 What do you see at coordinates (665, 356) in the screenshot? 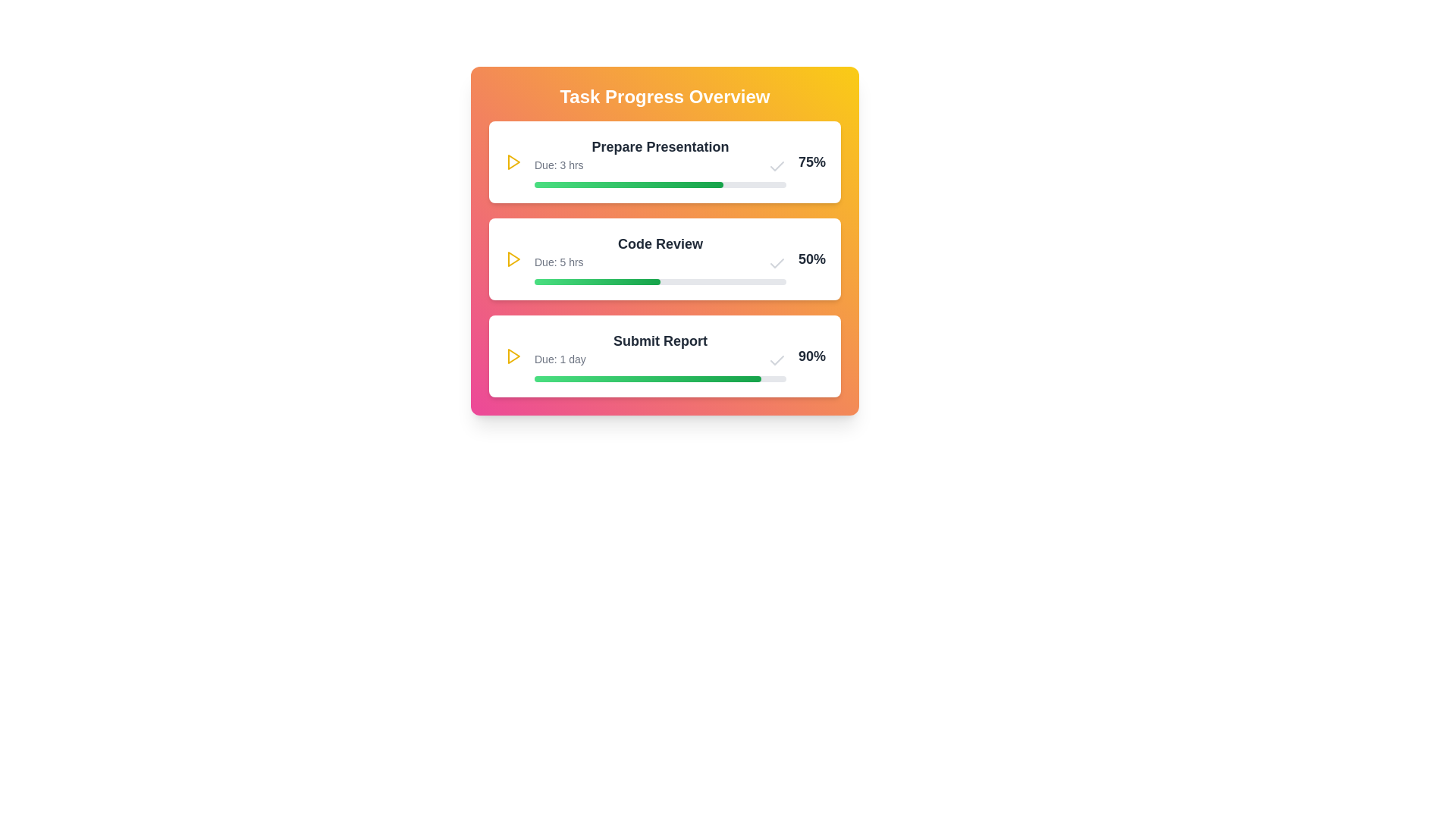
I see `the Informational Card titled 'Submit Report'` at bounding box center [665, 356].